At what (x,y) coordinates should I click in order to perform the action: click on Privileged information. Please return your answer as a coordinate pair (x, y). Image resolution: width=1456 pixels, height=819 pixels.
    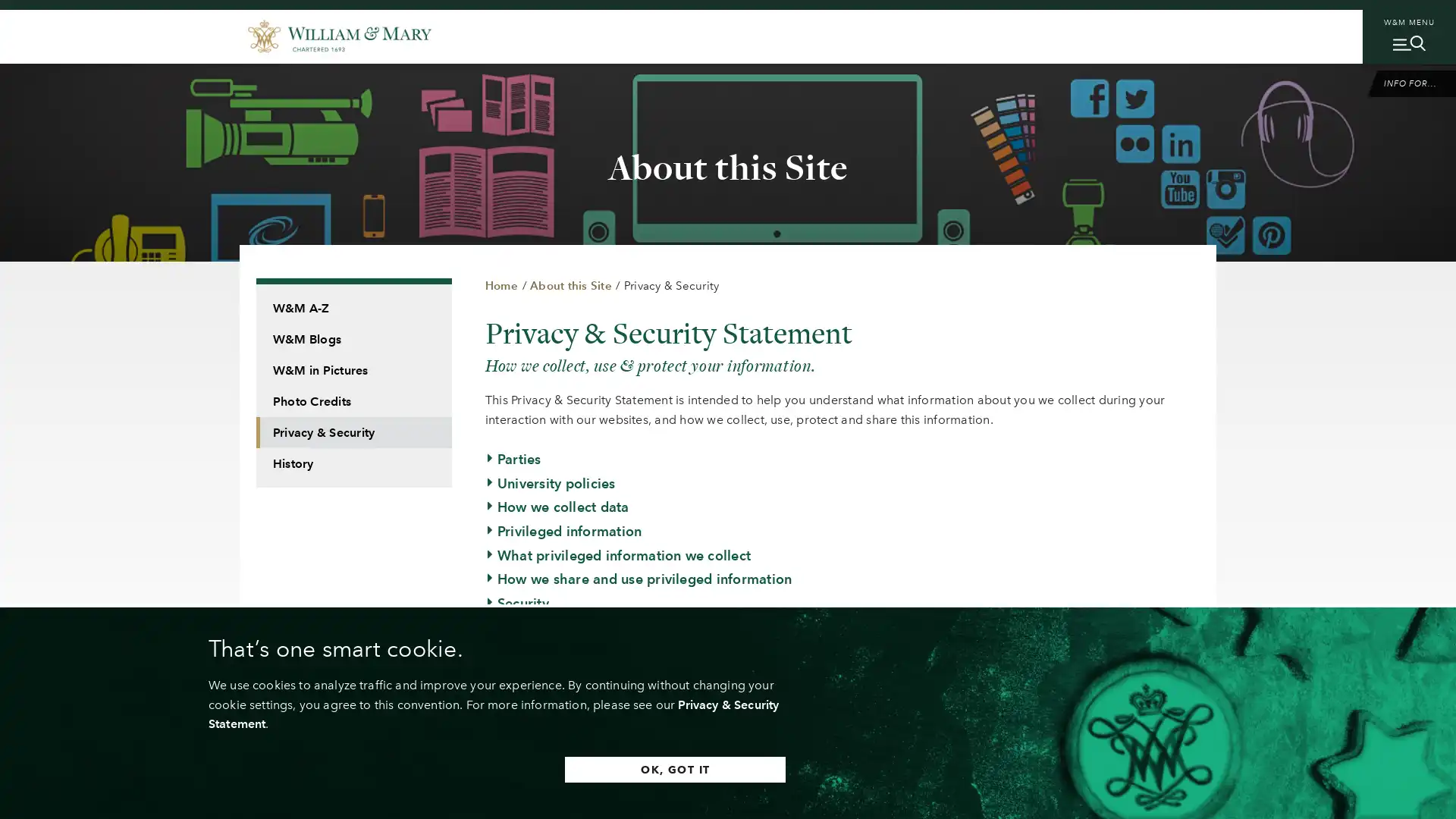
    Looking at the image, I should click on (563, 529).